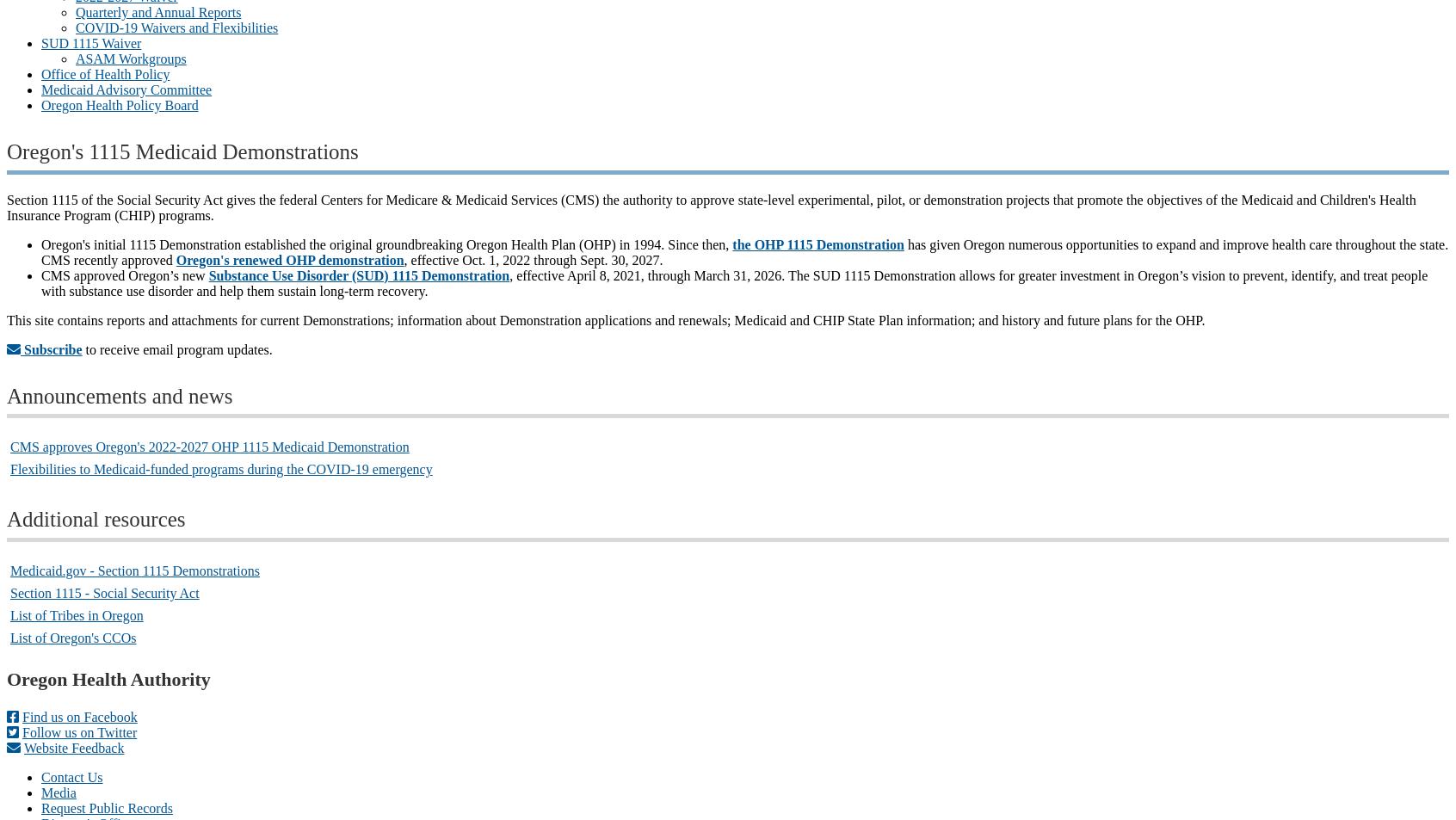  I want to click on 'List of Oregon's CCOs', so click(72, 637).